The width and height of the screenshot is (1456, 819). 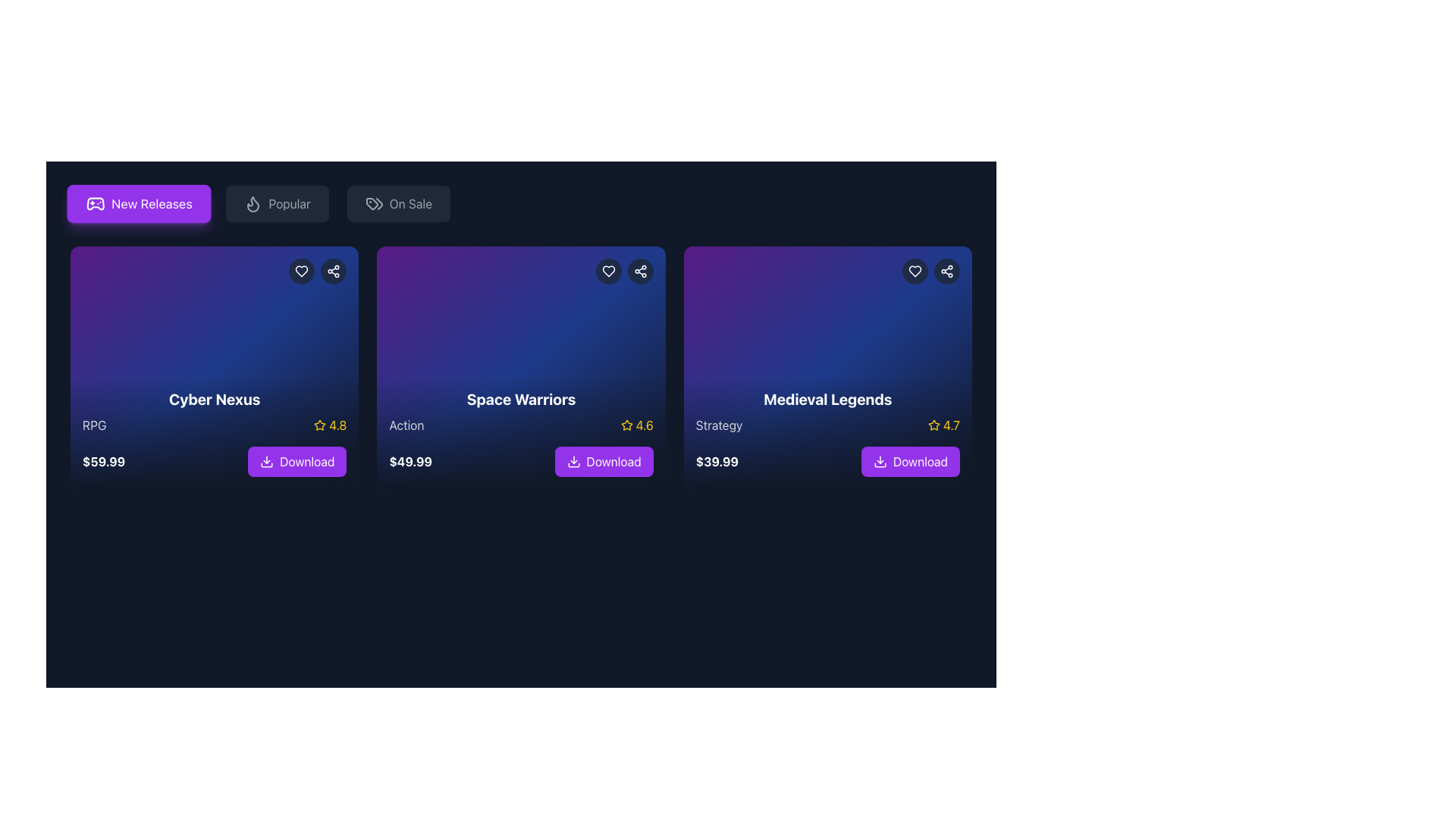 I want to click on the 'Popular' text label within the selectable button that filters items, positioned between 'New Releases' and 'On Sale', so click(x=290, y=203).